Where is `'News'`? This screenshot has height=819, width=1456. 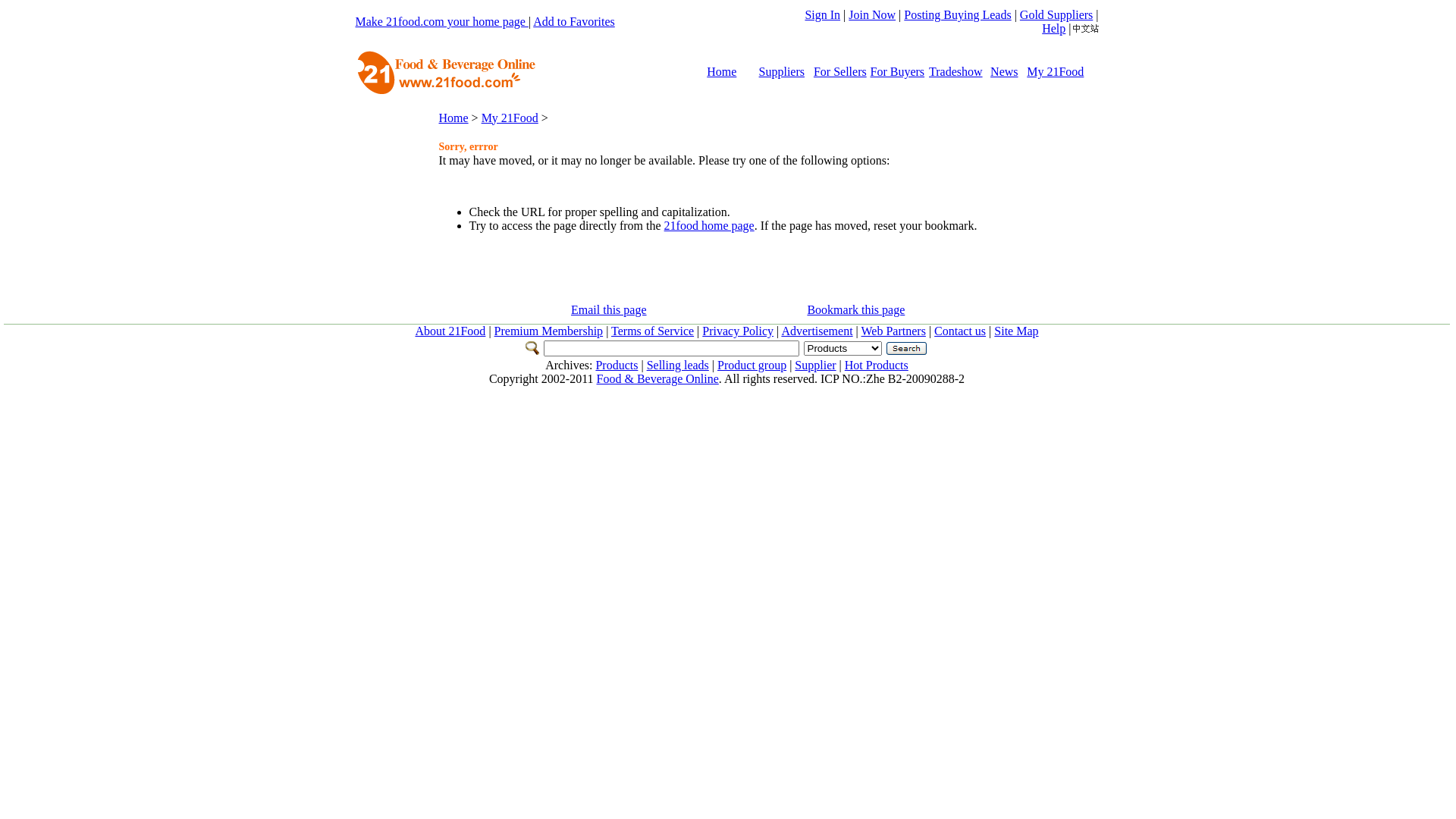 'News' is located at coordinates (1004, 71).